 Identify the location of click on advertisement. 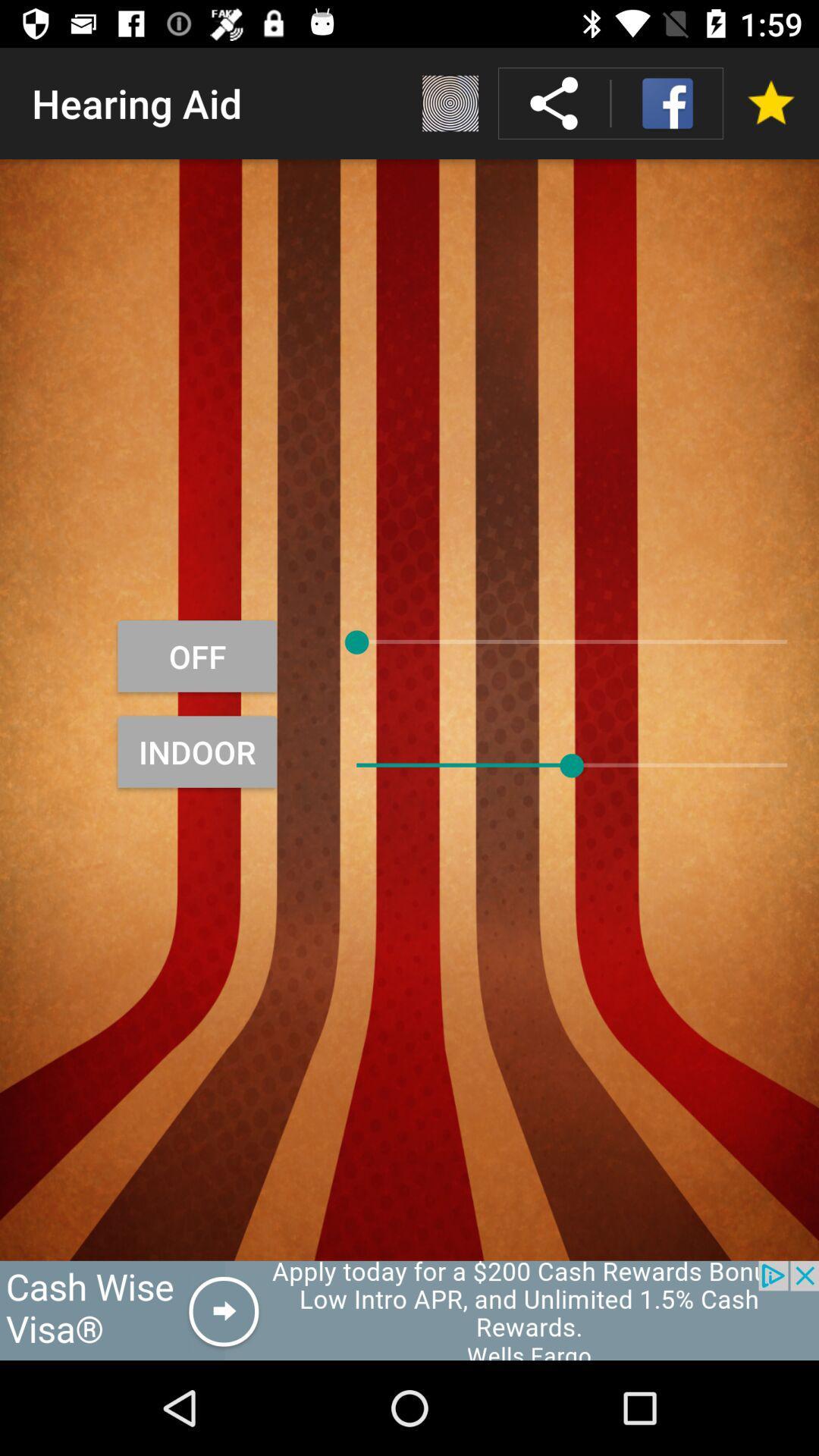
(409, 1310).